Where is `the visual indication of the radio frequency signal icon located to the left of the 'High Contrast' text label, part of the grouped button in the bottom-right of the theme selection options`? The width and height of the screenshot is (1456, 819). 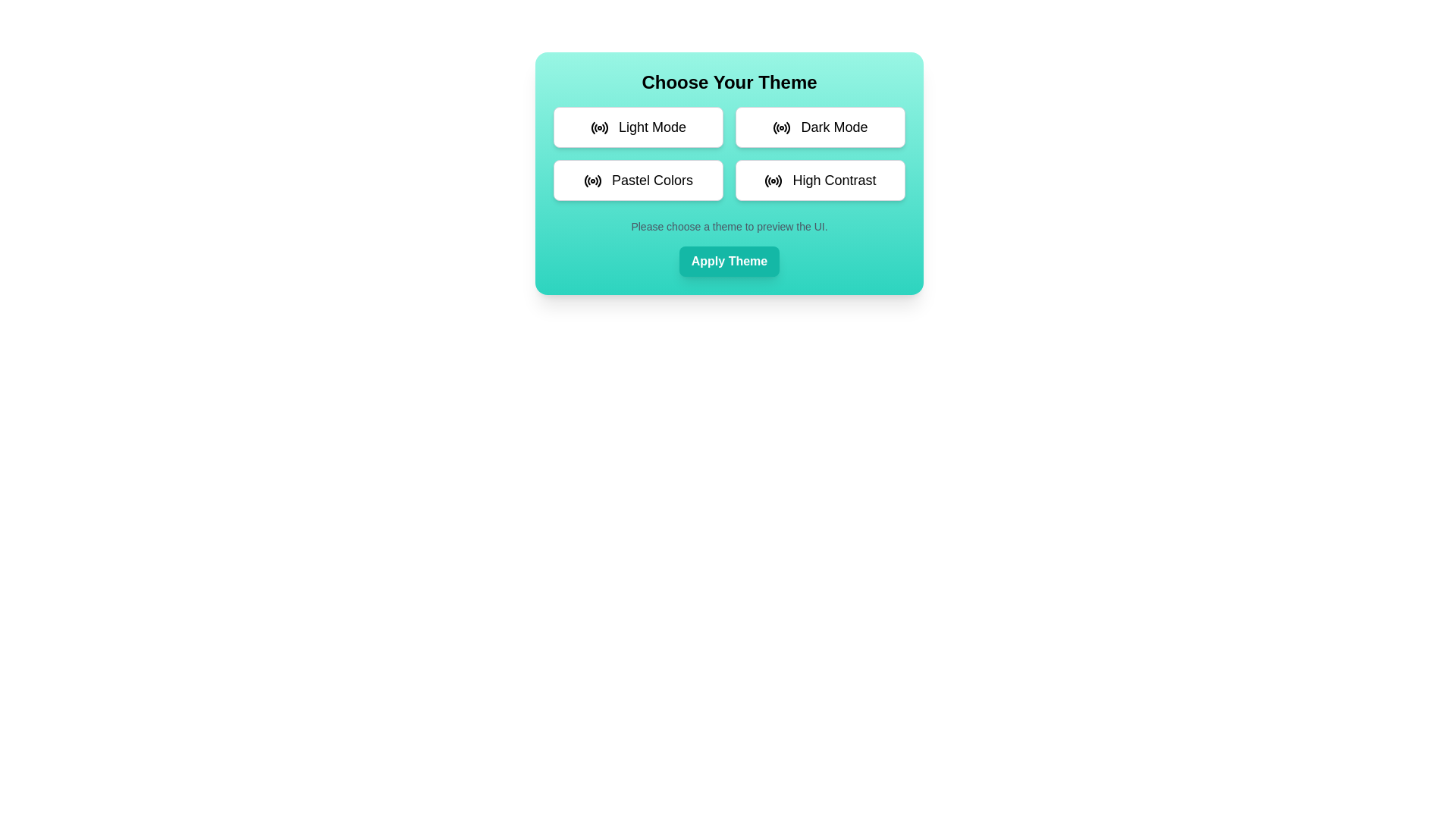
the visual indication of the radio frequency signal icon located to the left of the 'High Contrast' text label, part of the grouped button in the bottom-right of the theme selection options is located at coordinates (773, 180).